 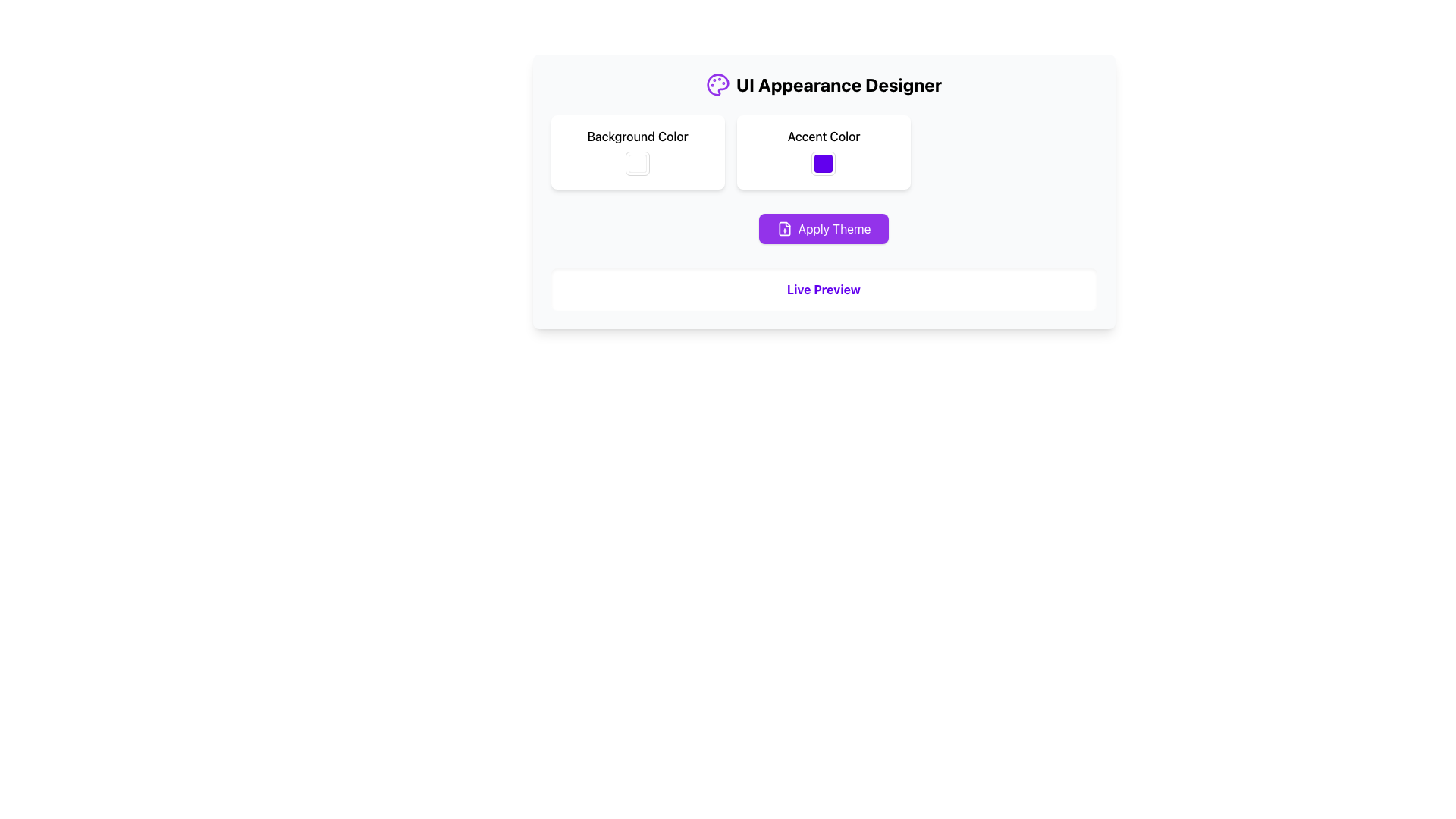 What do you see at coordinates (823, 136) in the screenshot?
I see `the descriptive text label for the 'Accent Color' setting, which is centrally aligned in the second column of the color selection settings panel` at bounding box center [823, 136].